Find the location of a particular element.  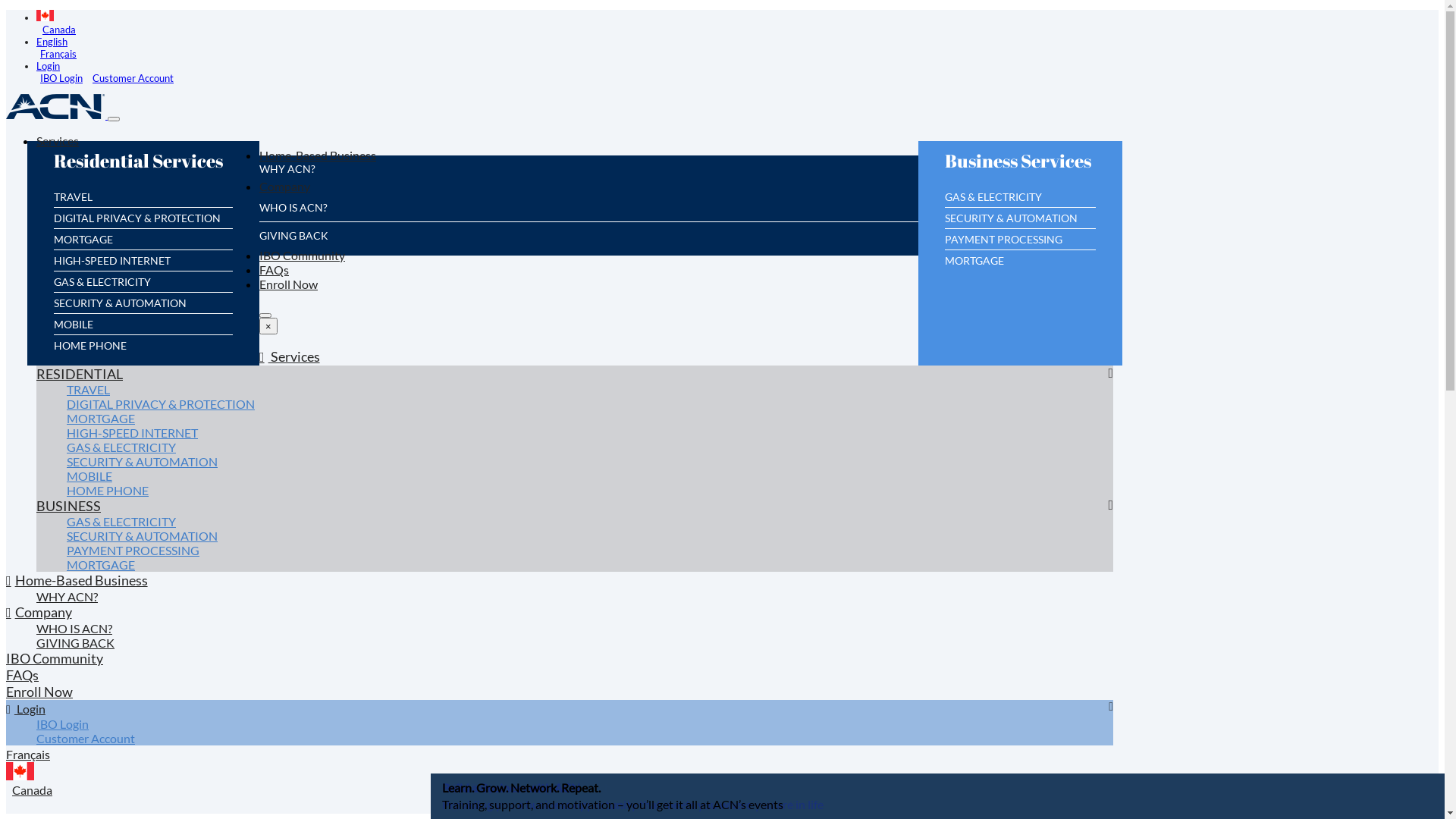

'Services' is located at coordinates (290, 362).